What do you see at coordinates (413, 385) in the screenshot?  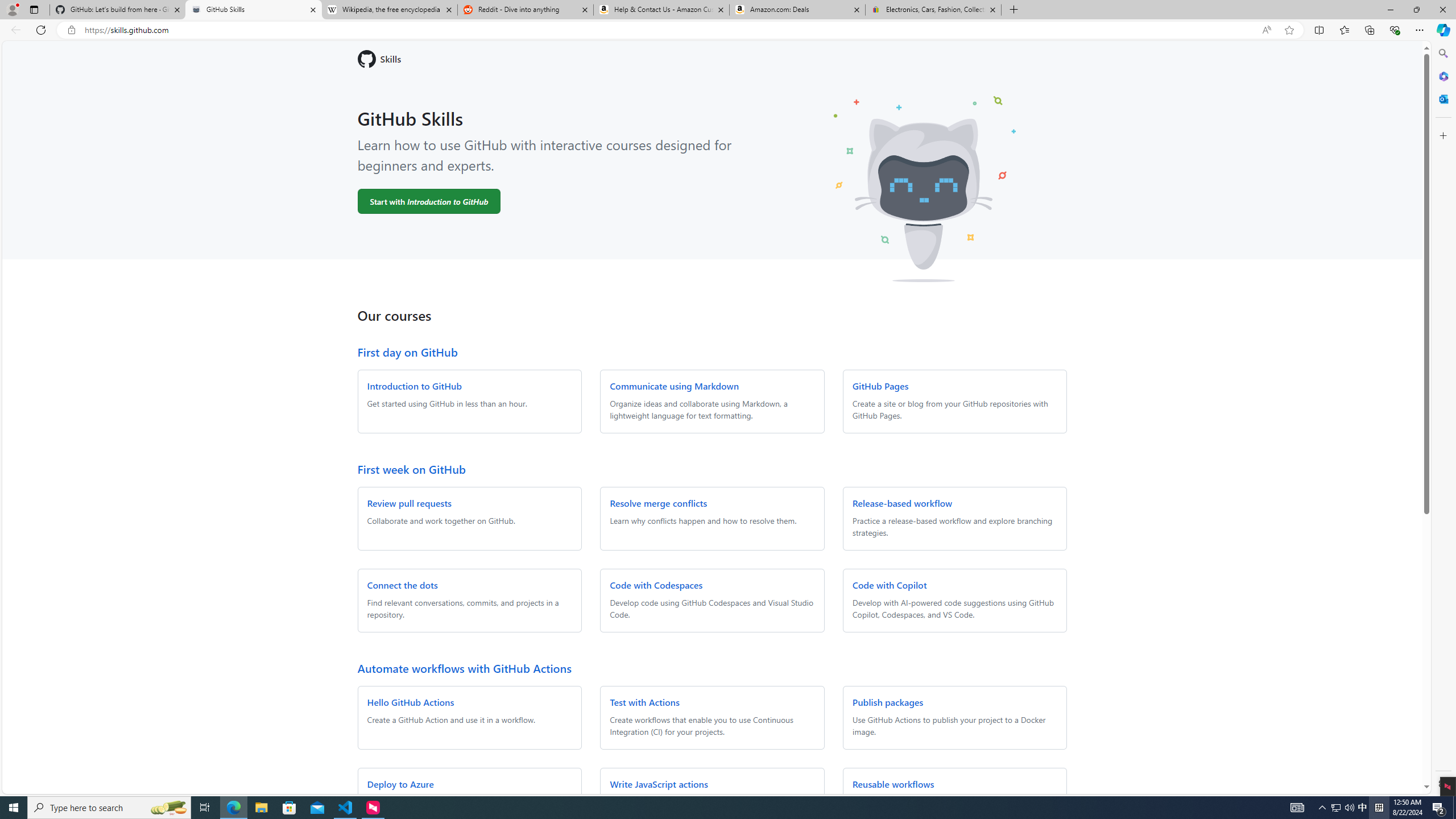 I see `'Introduction to GitHub'` at bounding box center [413, 385].